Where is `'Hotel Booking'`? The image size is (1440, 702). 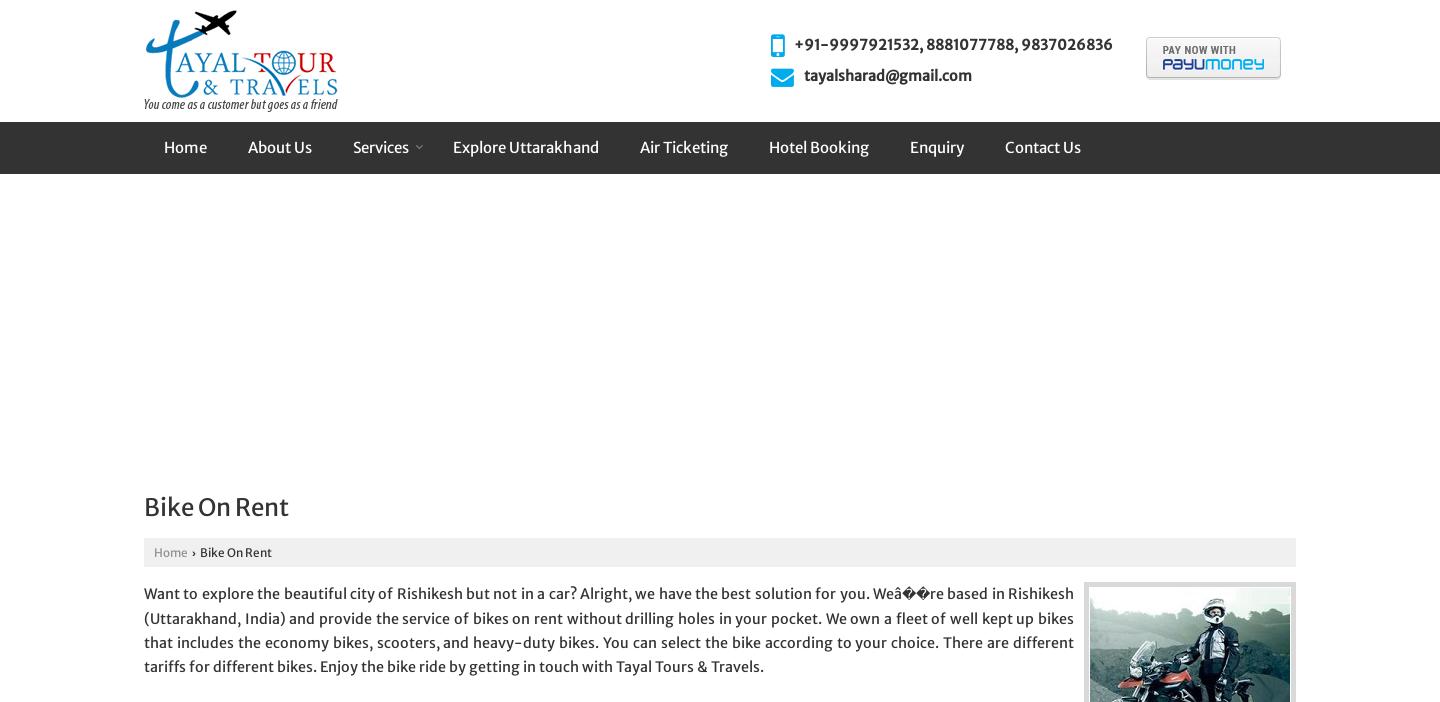 'Hotel Booking' is located at coordinates (818, 146).